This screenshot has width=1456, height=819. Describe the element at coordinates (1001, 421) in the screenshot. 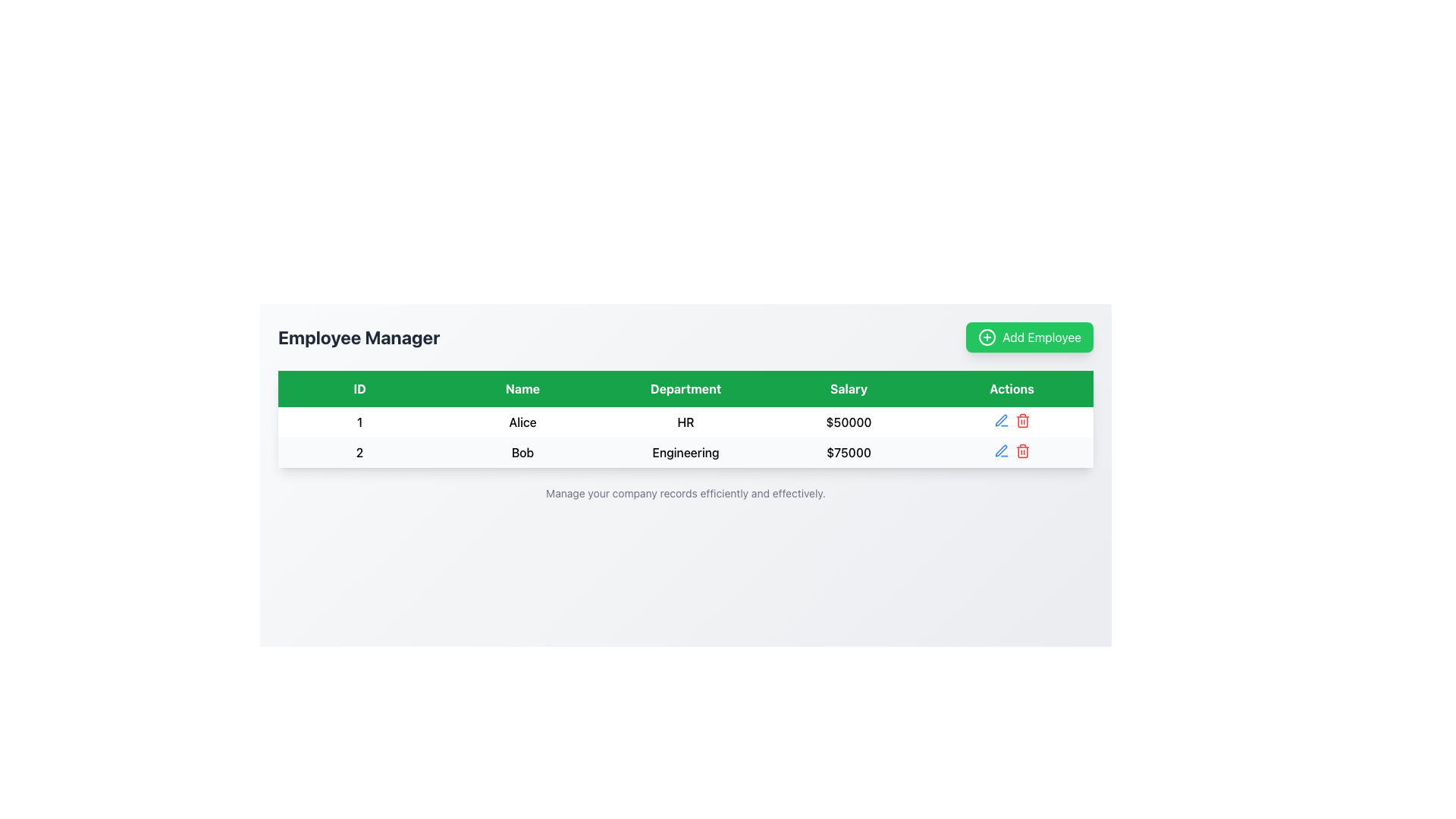

I see `the blue pen icon button located under the 'Actions' column of the second row labeled 'Bob' in the table` at that location.